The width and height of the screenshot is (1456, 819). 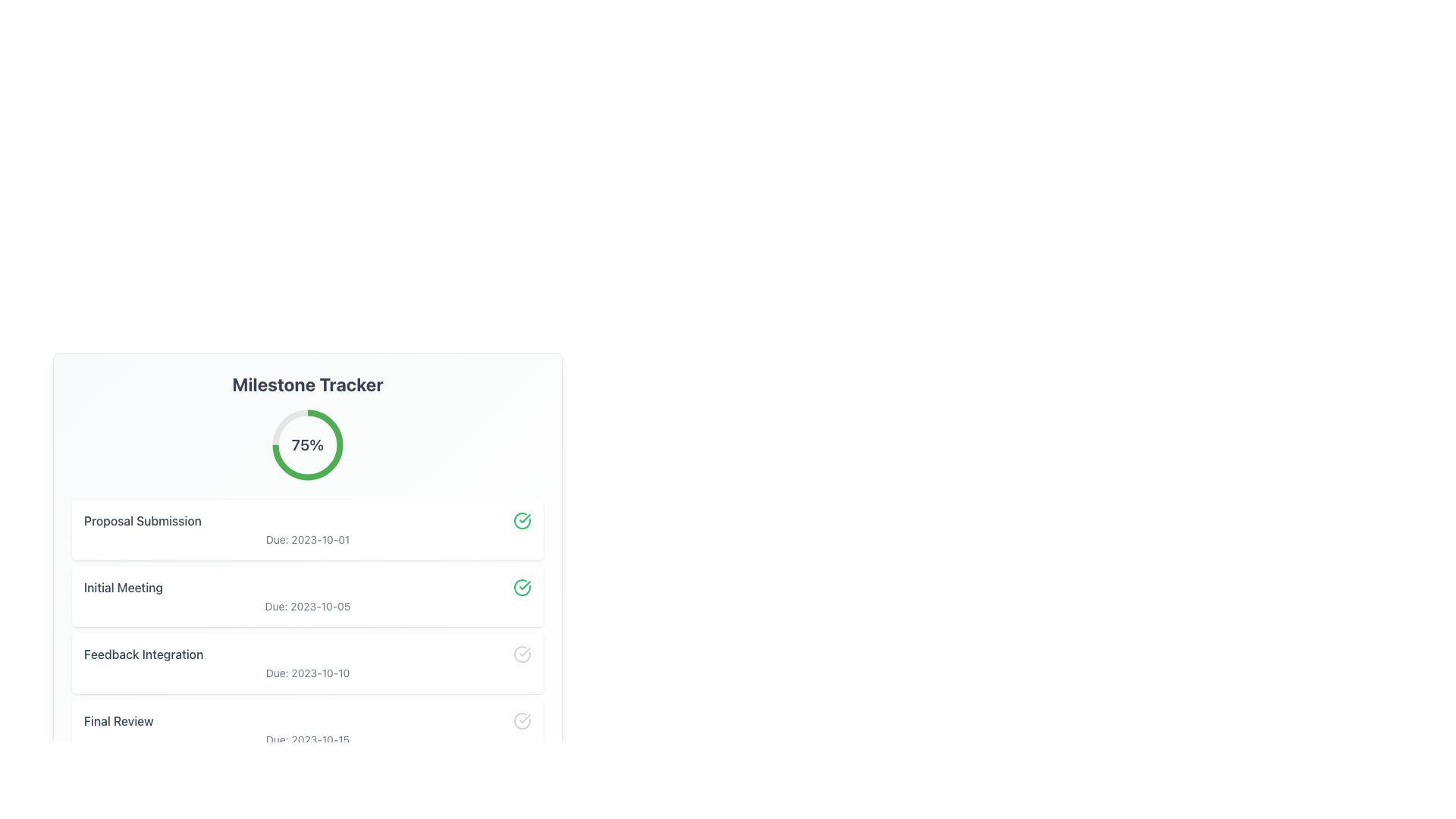 What do you see at coordinates (522, 519) in the screenshot?
I see `the completion indicator icon for the 'Proposal Submission' milestone, located` at bounding box center [522, 519].